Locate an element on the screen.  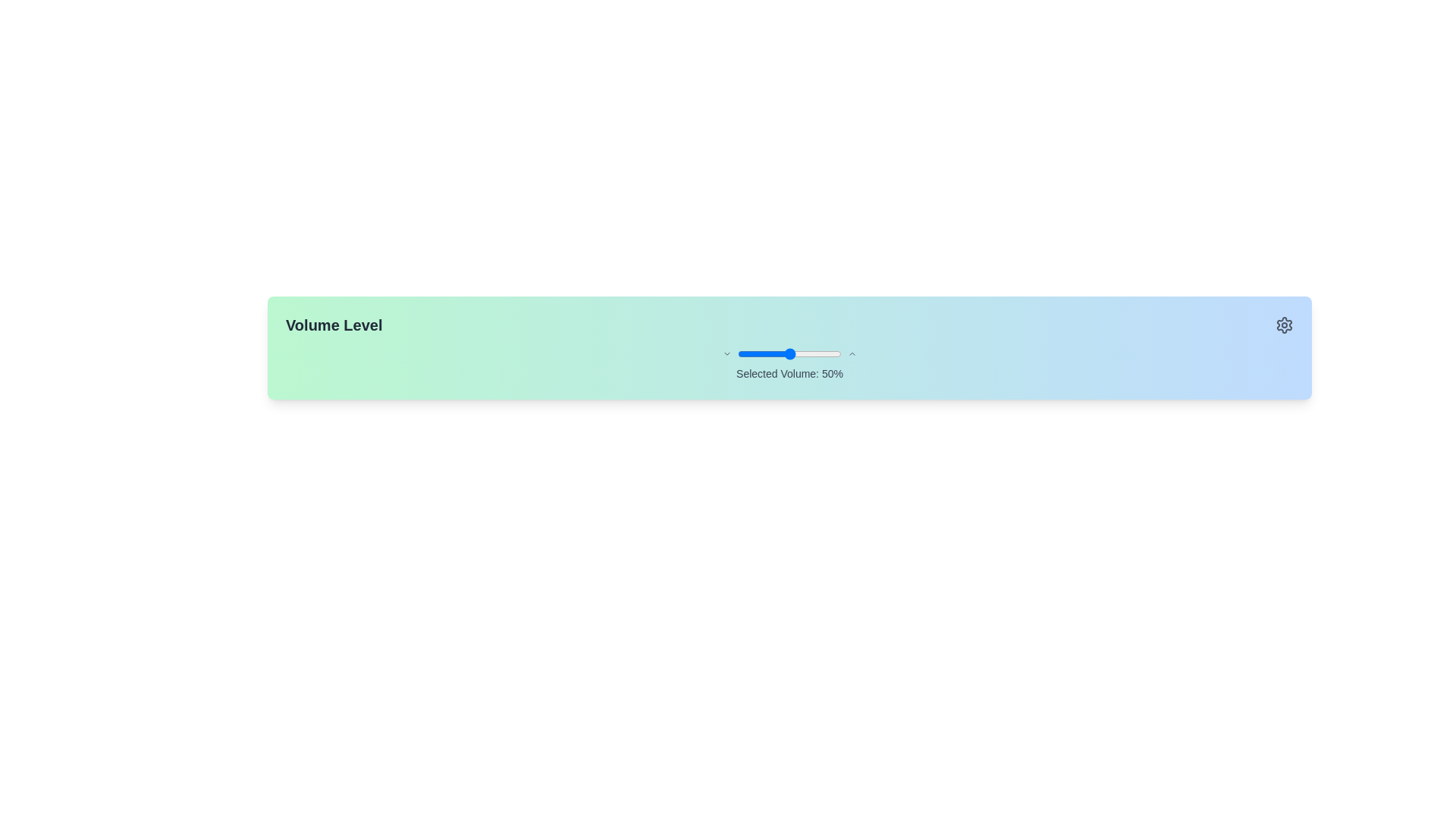
the settings icon is located at coordinates (1284, 324).